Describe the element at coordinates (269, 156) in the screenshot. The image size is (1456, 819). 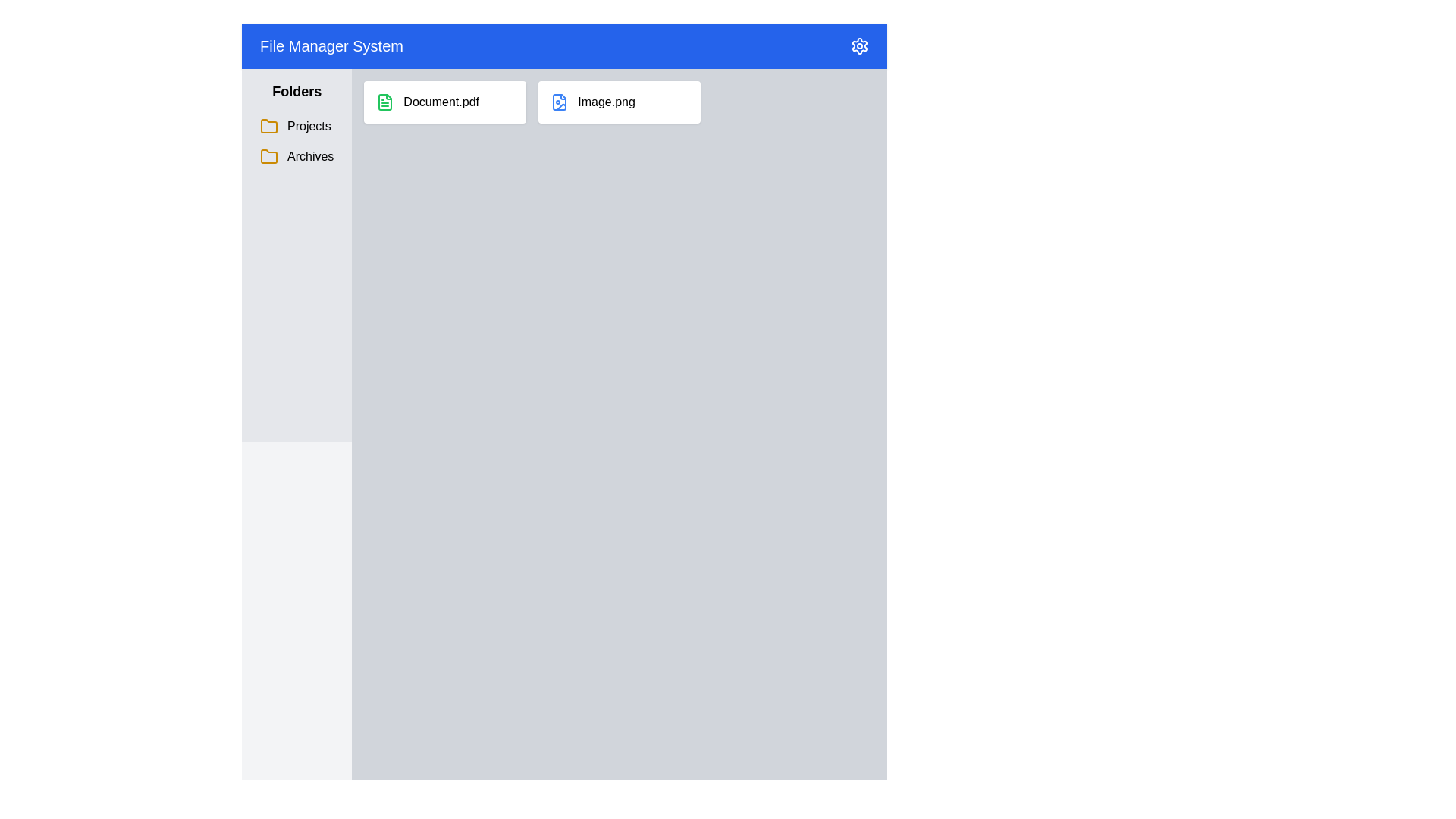
I see `the folder icon with a yellow border located in the left sidebar under the 'Folders' heading` at that location.